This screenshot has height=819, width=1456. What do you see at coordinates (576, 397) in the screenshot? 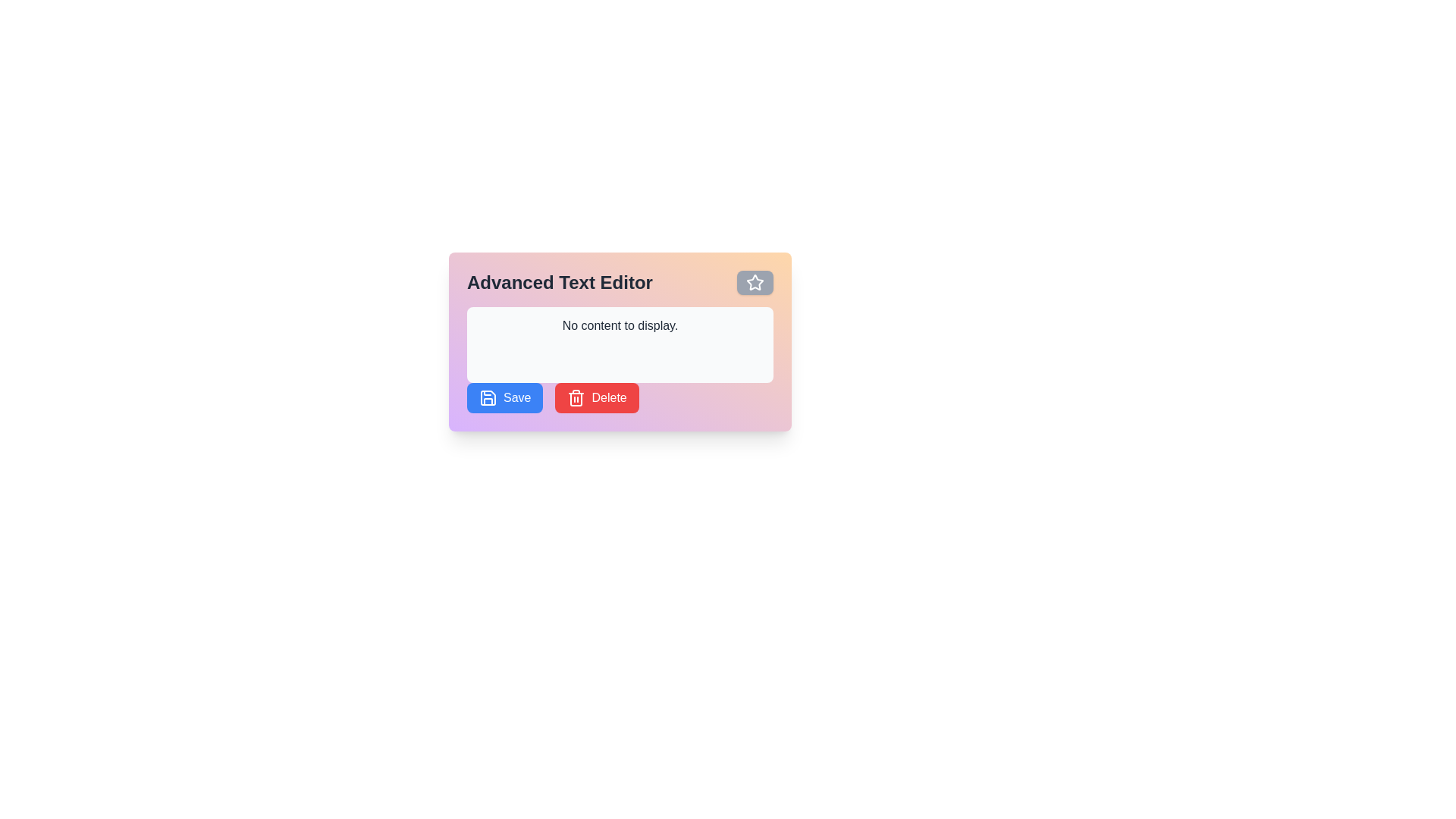
I see `the trash bin icon inside the 'Delete' button, which is located at the bottom right of the 'Advanced Text Editor' content card` at bounding box center [576, 397].